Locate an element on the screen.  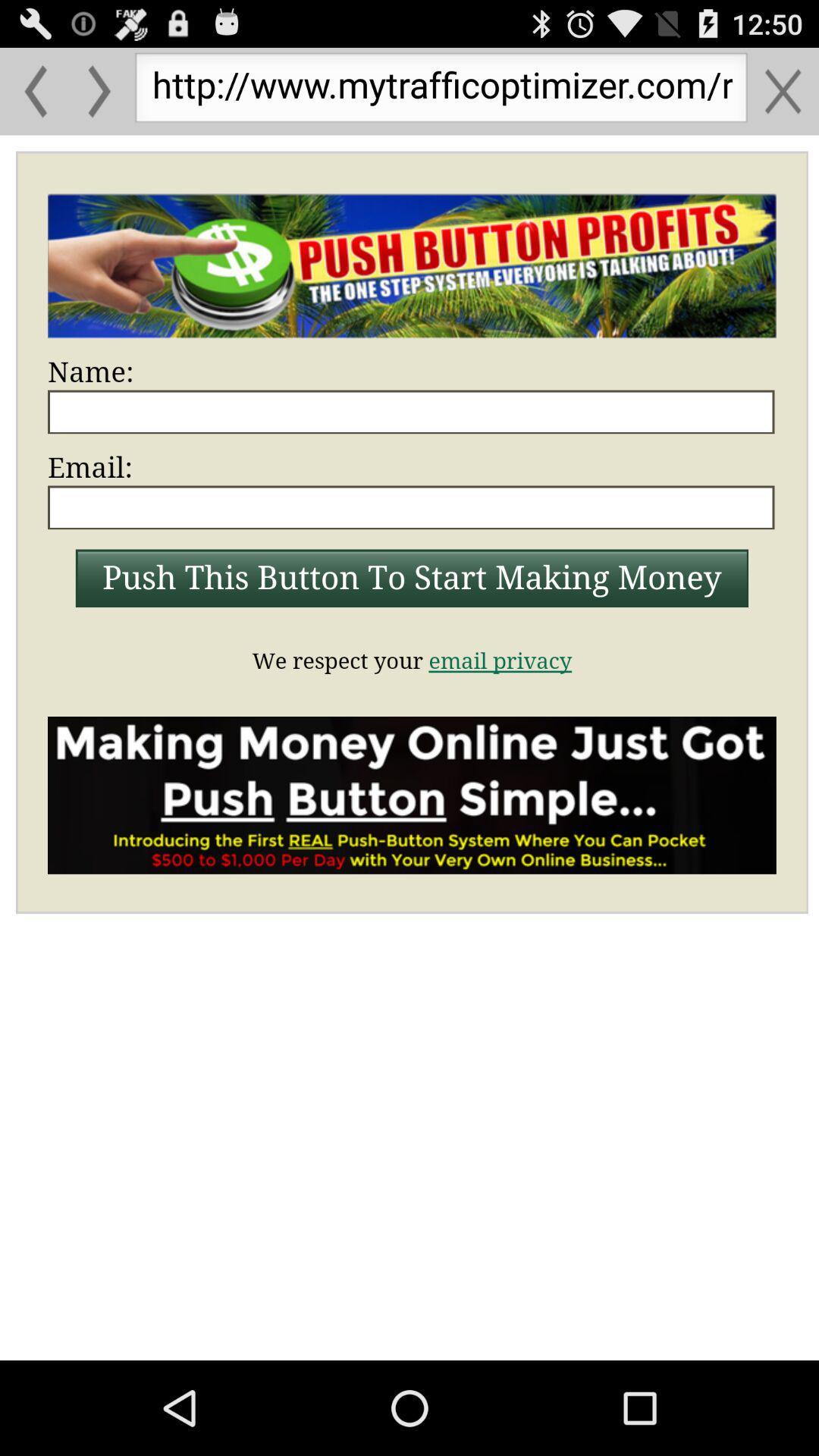
exit this window is located at coordinates (783, 90).